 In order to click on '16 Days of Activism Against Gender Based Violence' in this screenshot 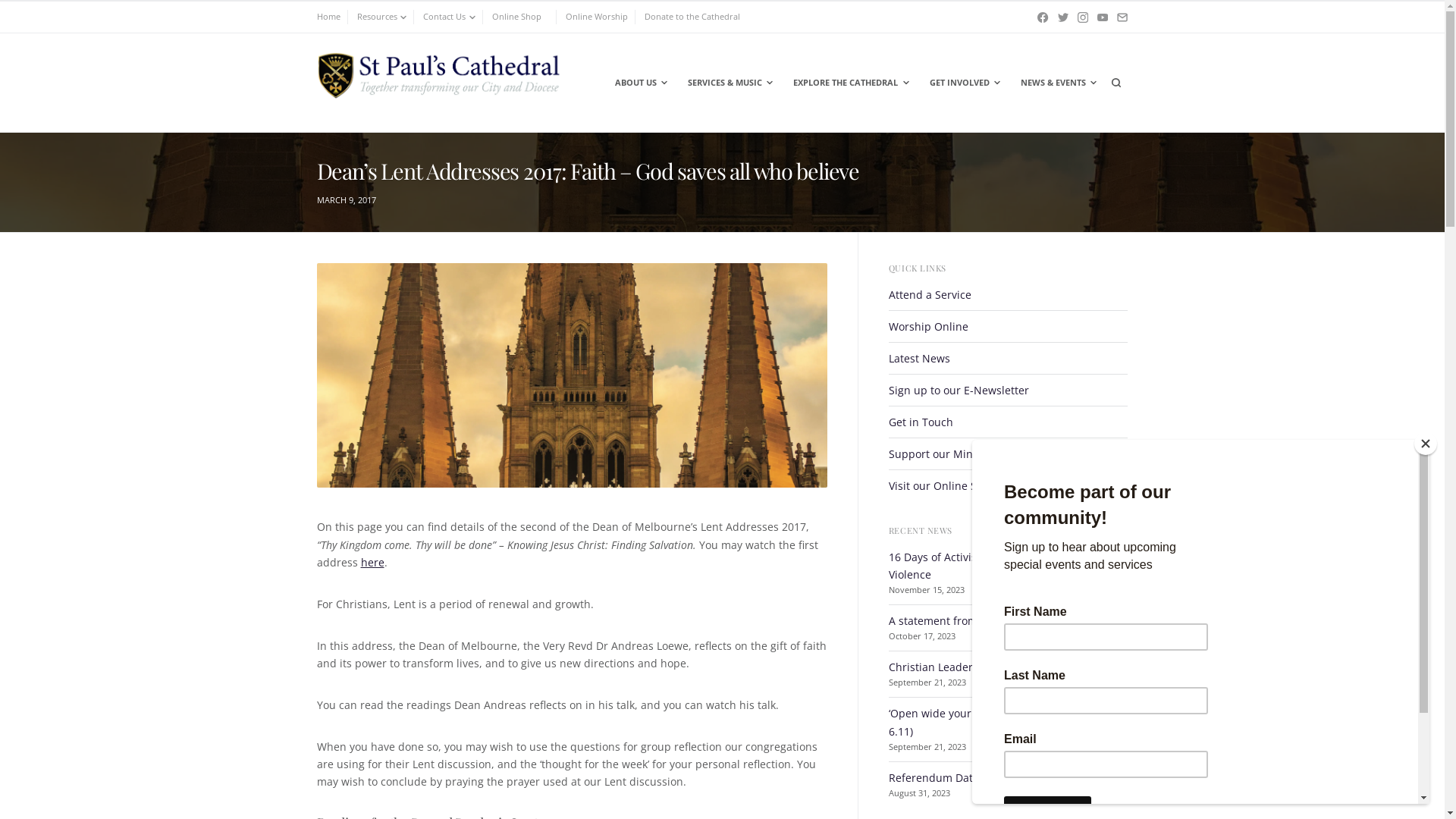, I will do `click(996, 565)`.